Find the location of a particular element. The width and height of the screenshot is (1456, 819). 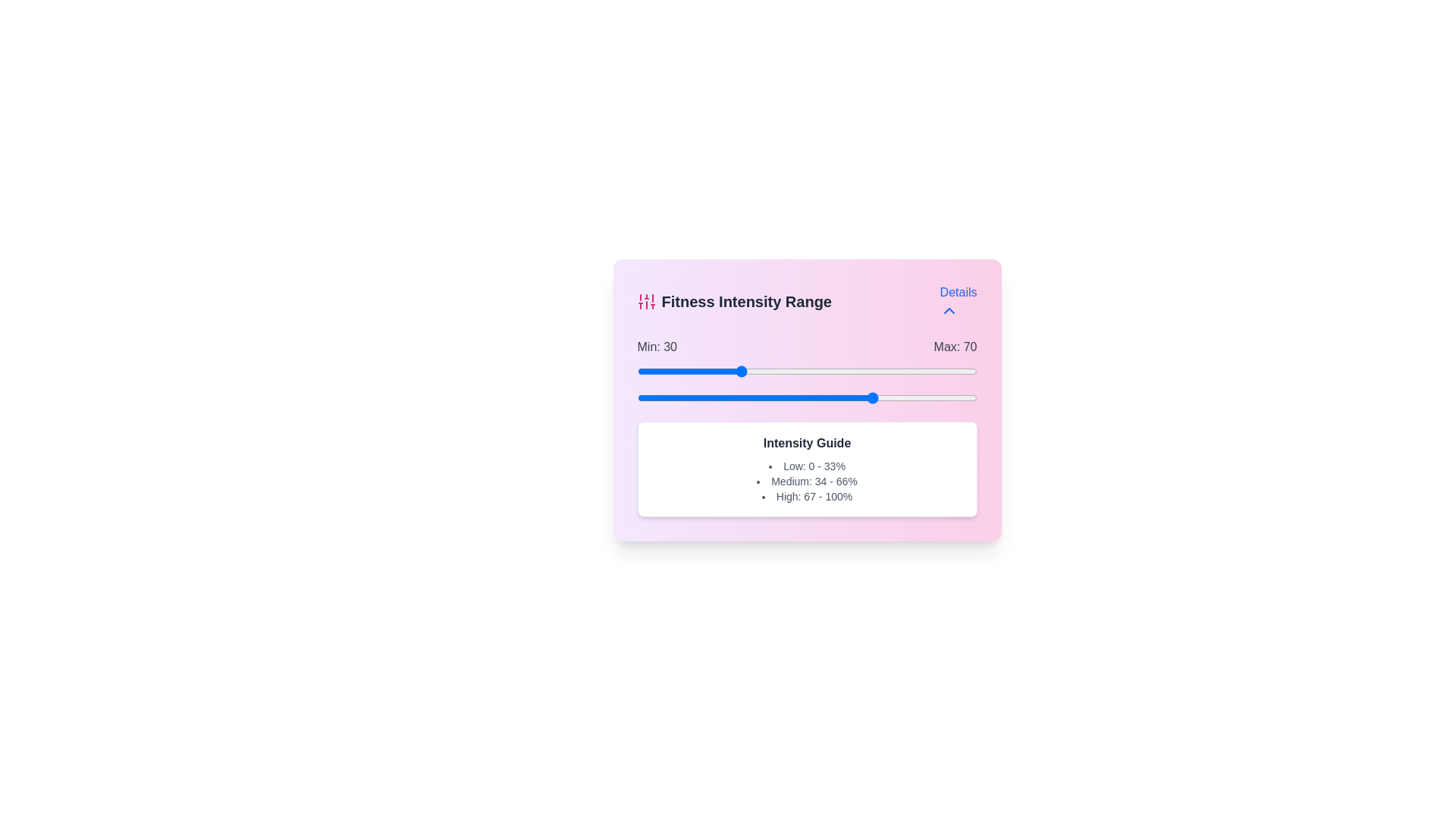

the maximum intensity range slider to 91 percent is located at coordinates (946, 397).